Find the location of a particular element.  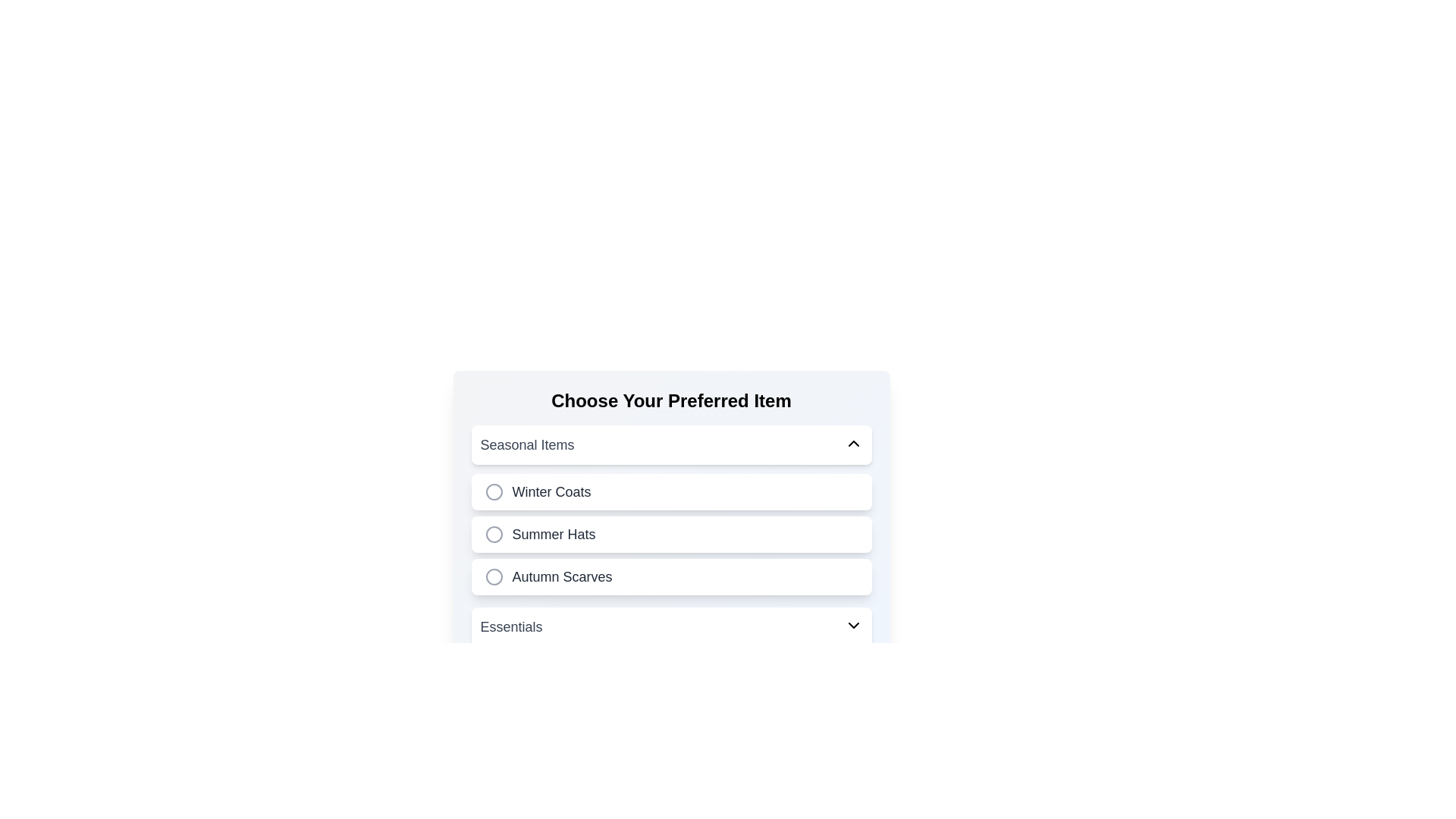

the text label 'Summer Hats' which is styled in bold dark gray and positioned to the right of a circular radio button, located in the list under the heading 'Choose Your Preferred Item.' is located at coordinates (553, 534).